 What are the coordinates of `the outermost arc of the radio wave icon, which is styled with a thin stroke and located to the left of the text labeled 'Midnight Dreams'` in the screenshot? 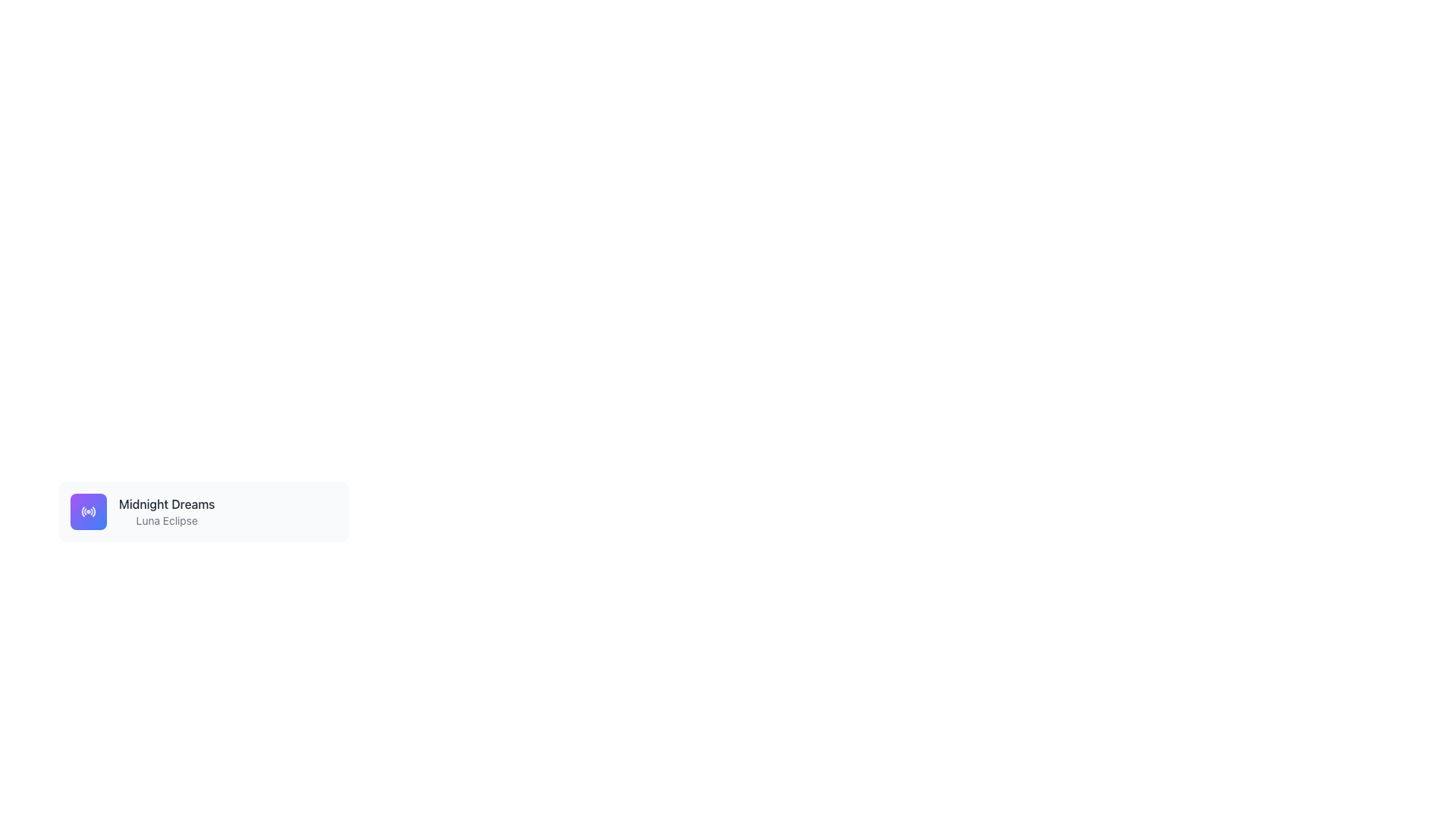 It's located at (93, 512).